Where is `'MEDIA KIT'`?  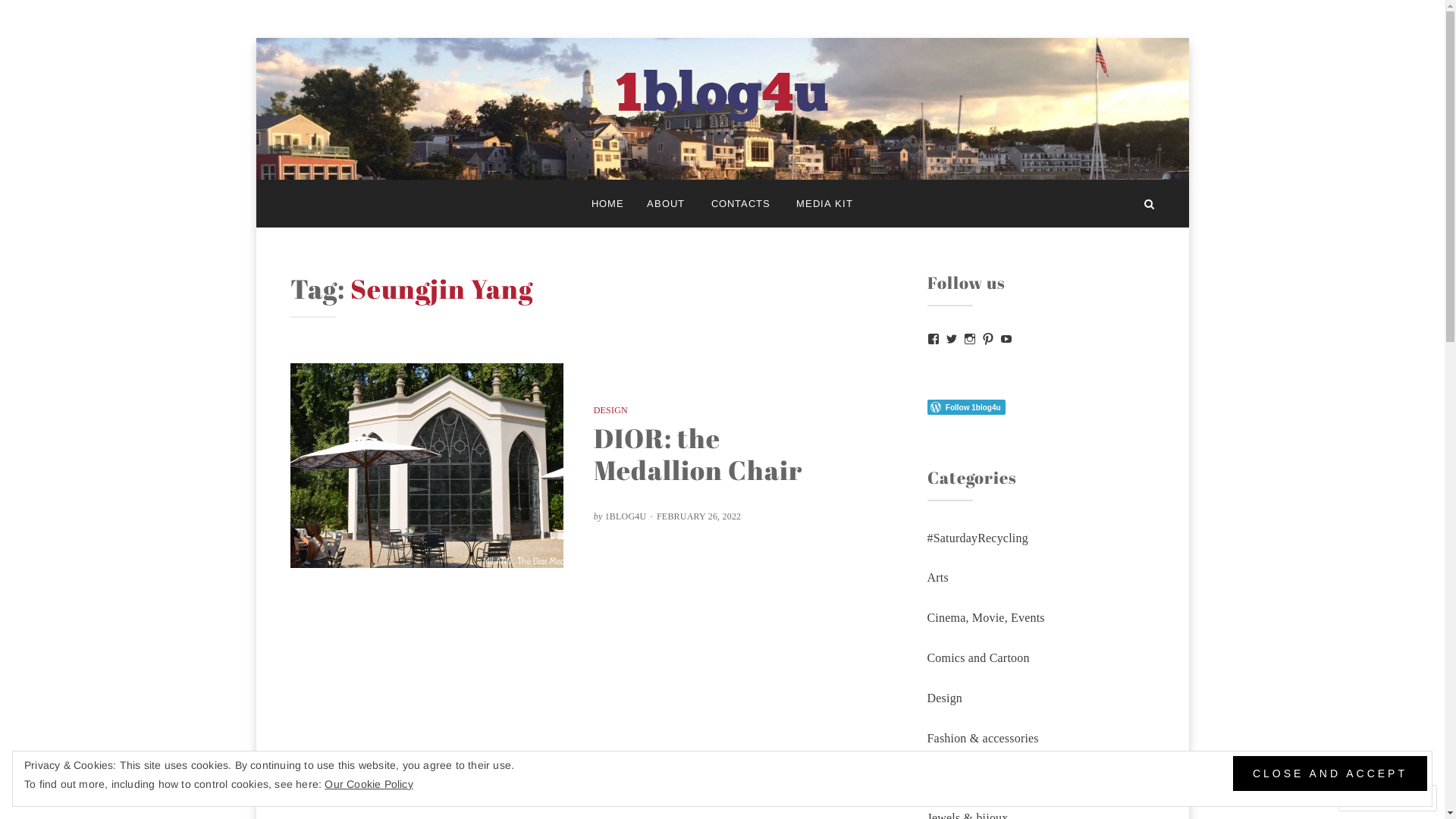 'MEDIA KIT' is located at coordinates (824, 202).